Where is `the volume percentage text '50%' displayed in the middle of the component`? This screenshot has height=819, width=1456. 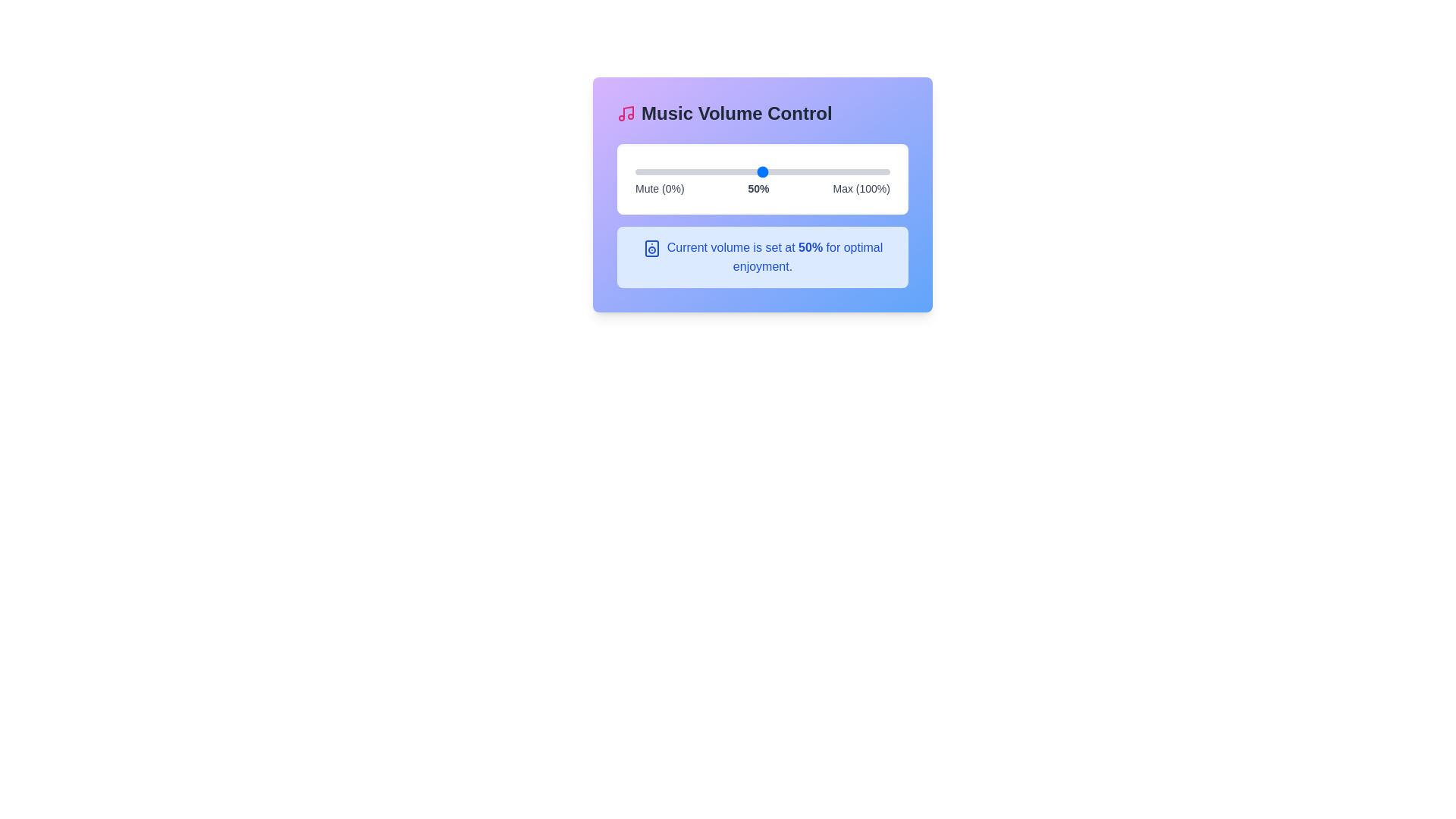 the volume percentage text '50%' displayed in the middle of the component is located at coordinates (758, 188).